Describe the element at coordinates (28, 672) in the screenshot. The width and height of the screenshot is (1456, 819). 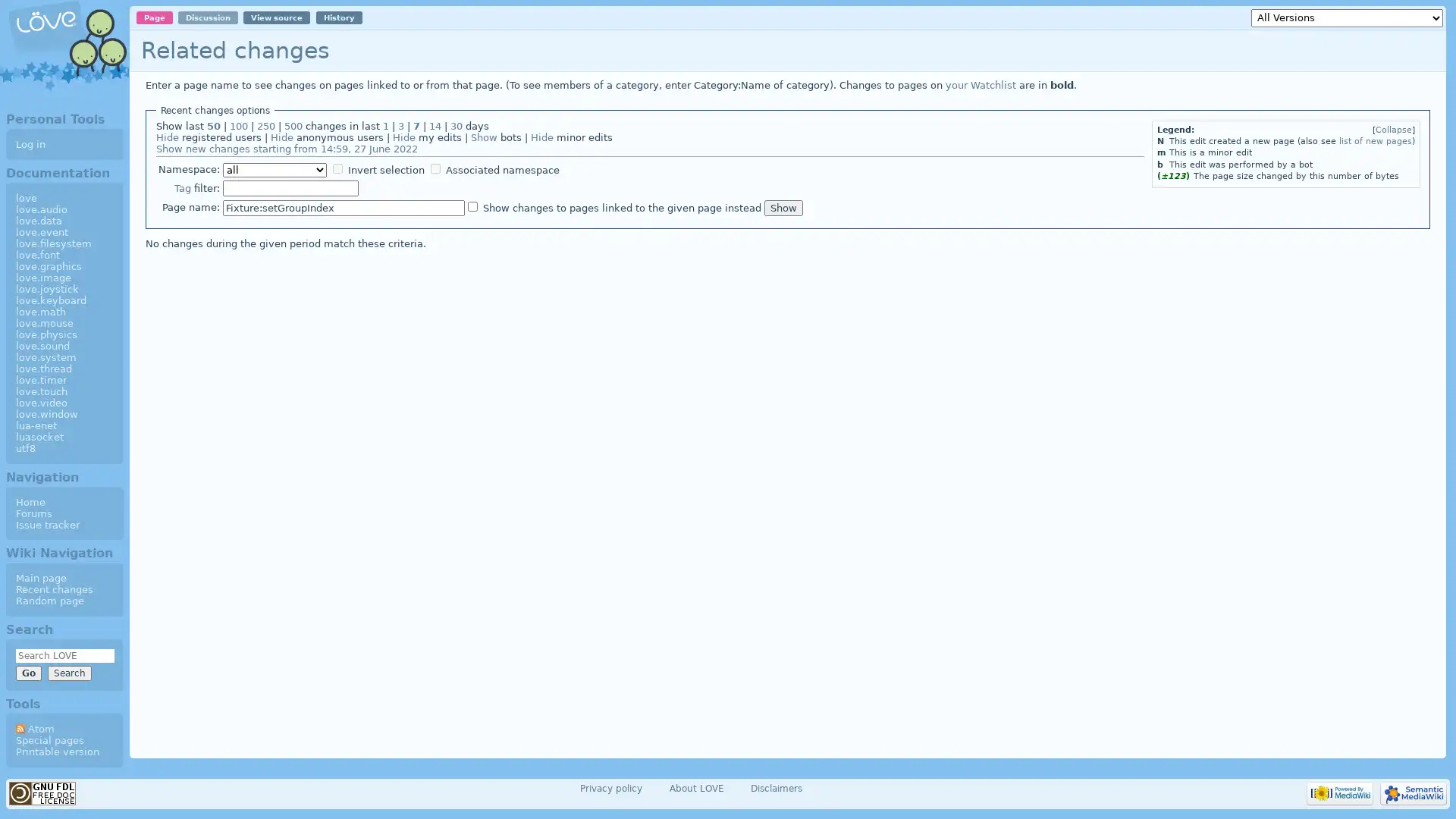
I see `Go` at that location.